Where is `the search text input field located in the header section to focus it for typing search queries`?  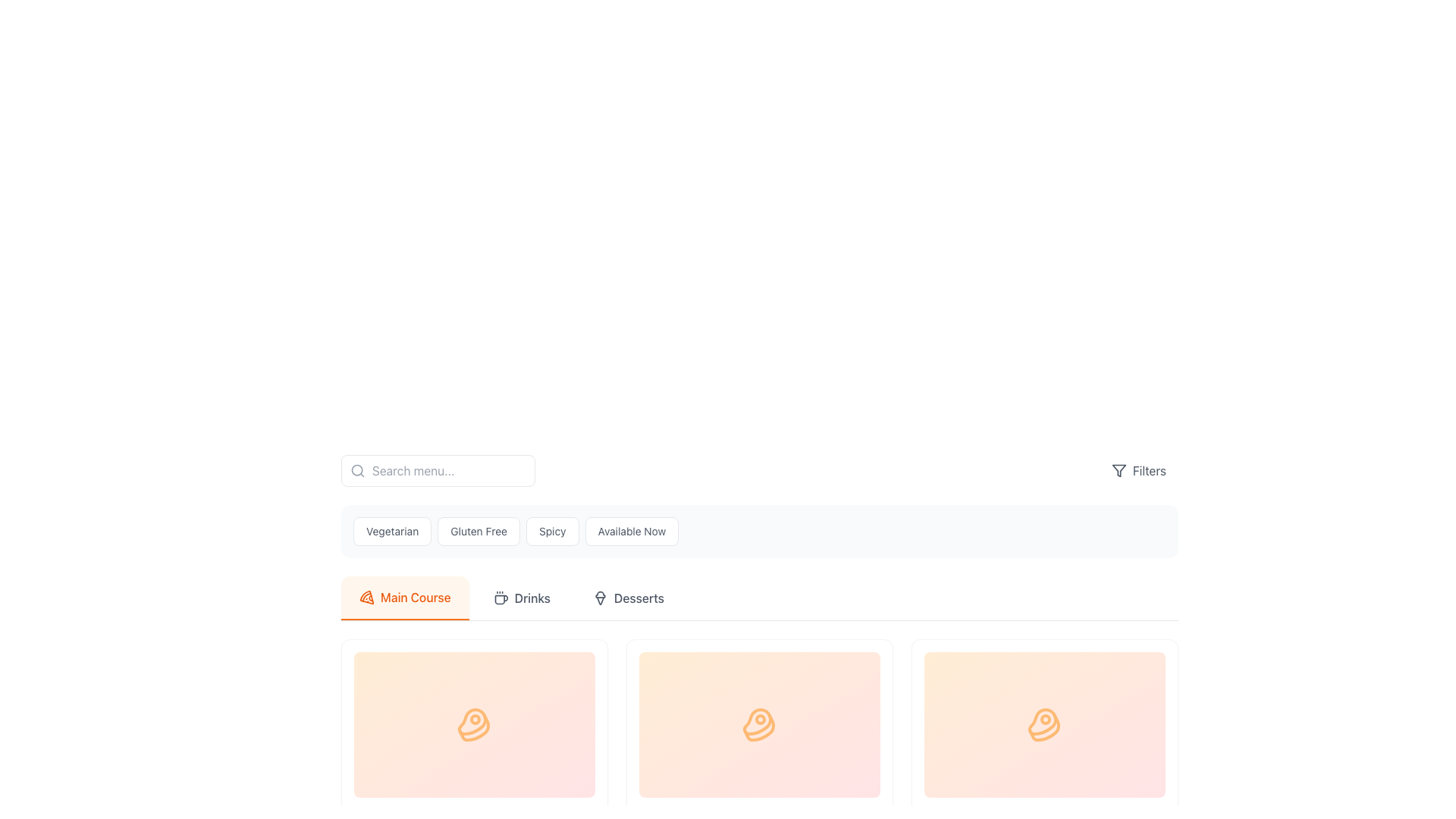
the search text input field located in the header section to focus it for typing search queries is located at coordinates (437, 470).